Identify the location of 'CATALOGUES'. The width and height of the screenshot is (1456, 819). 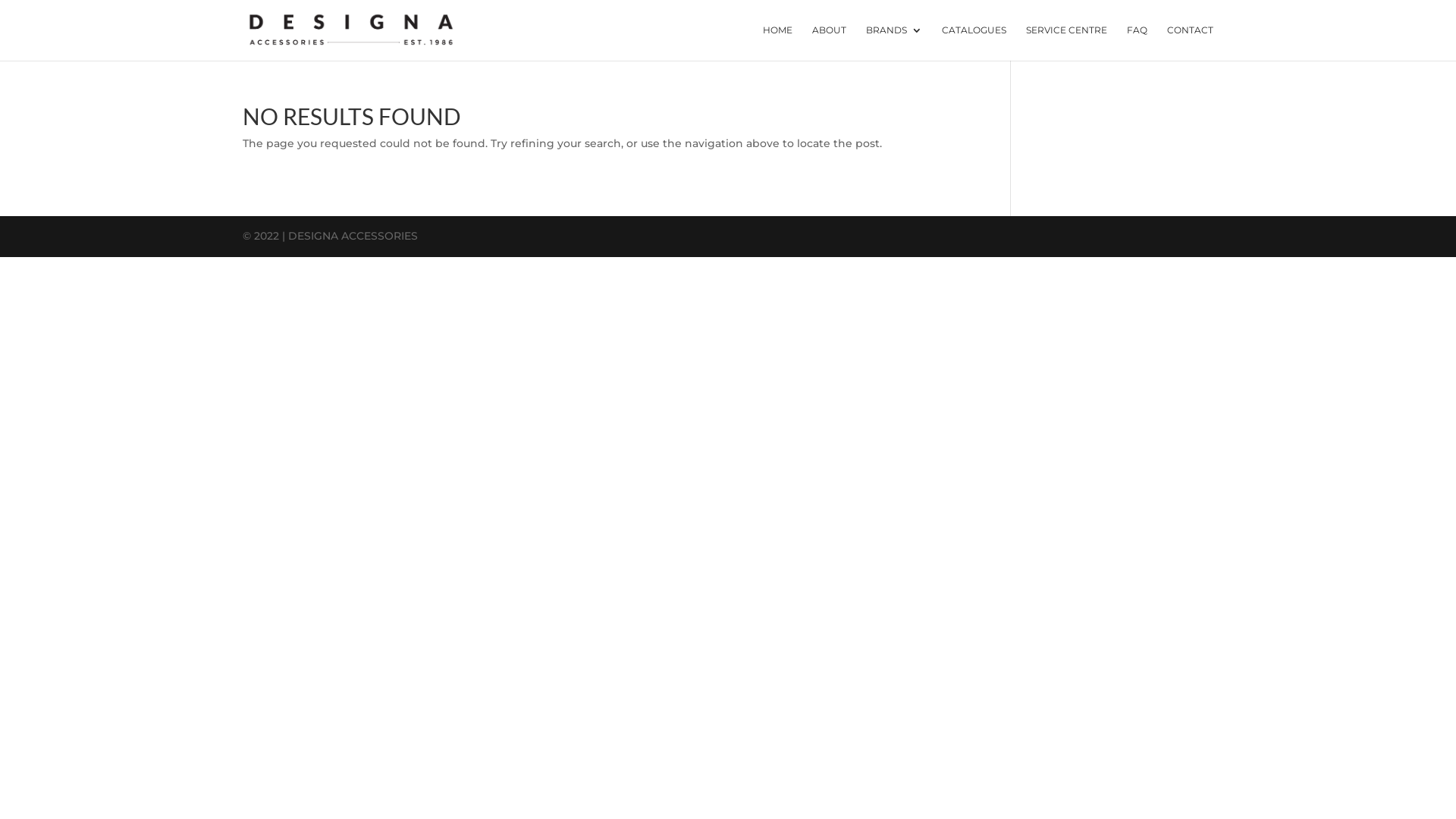
(974, 42).